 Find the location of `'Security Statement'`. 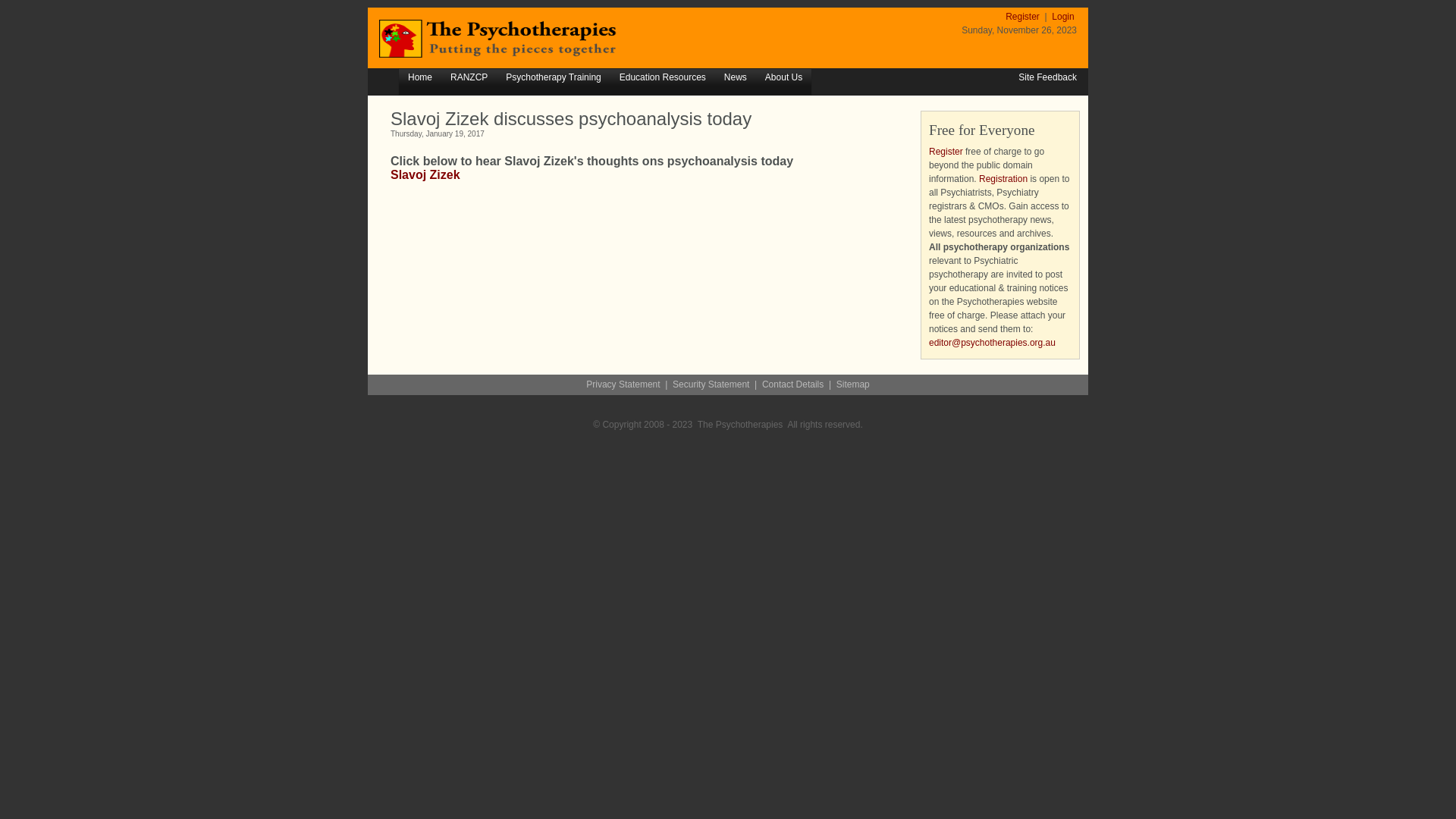

'Security Statement' is located at coordinates (672, 383).